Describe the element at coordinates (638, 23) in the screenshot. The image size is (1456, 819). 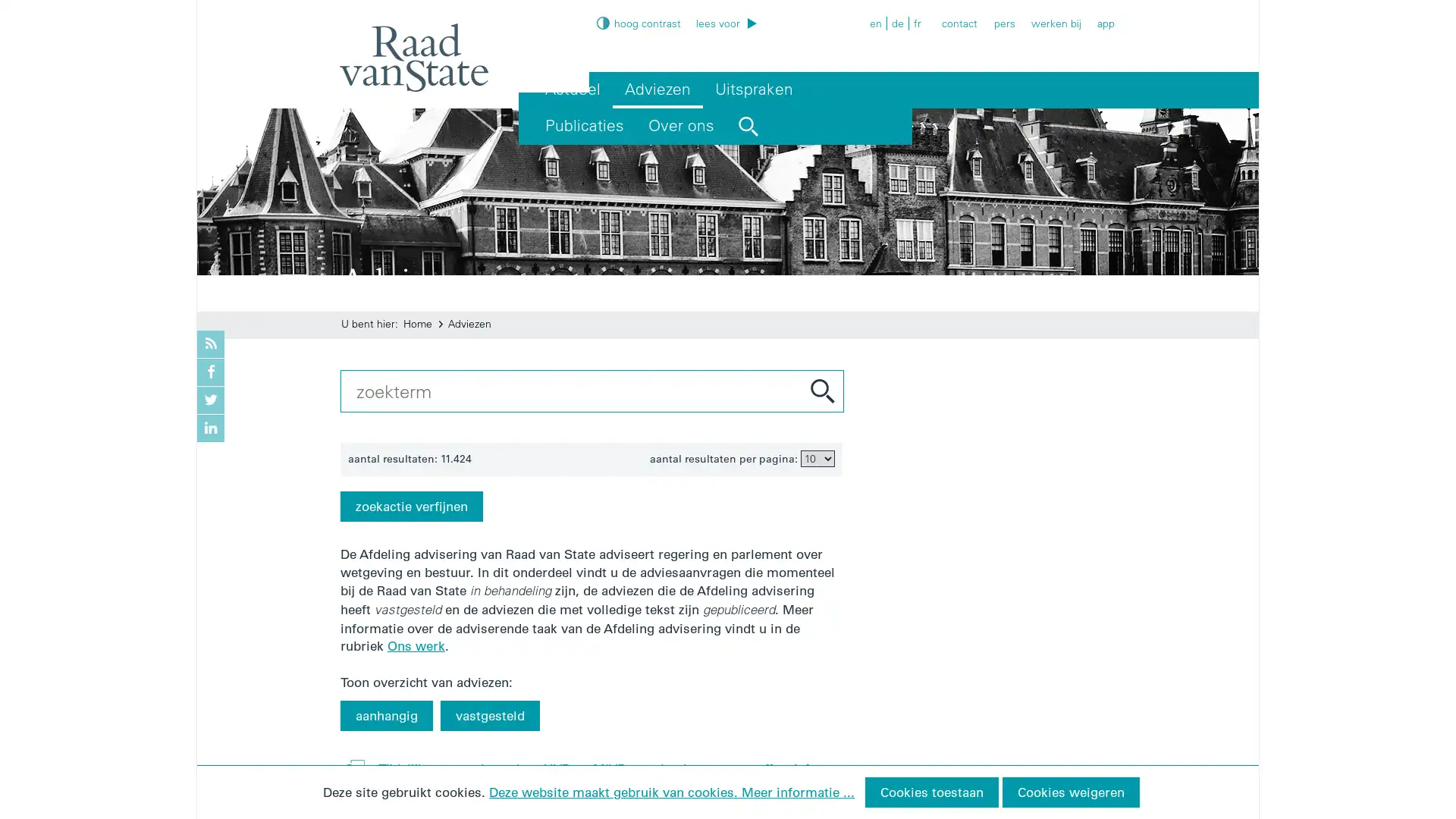
I see `hoog contrast` at that location.